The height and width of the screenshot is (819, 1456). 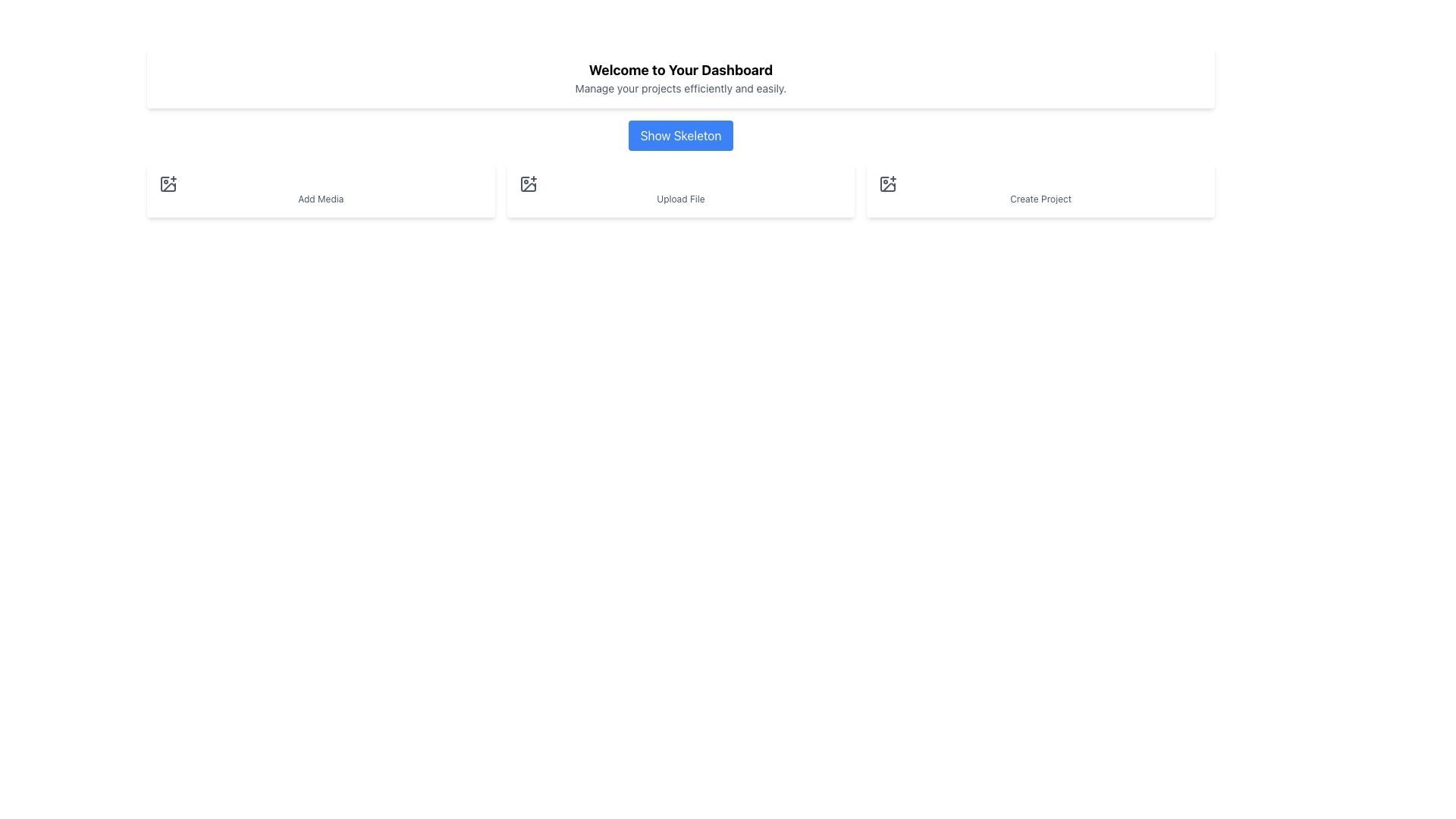 What do you see at coordinates (168, 184) in the screenshot?
I see `the 'Add Media' icon located in the top-left region of the 'Add Media' card` at bounding box center [168, 184].